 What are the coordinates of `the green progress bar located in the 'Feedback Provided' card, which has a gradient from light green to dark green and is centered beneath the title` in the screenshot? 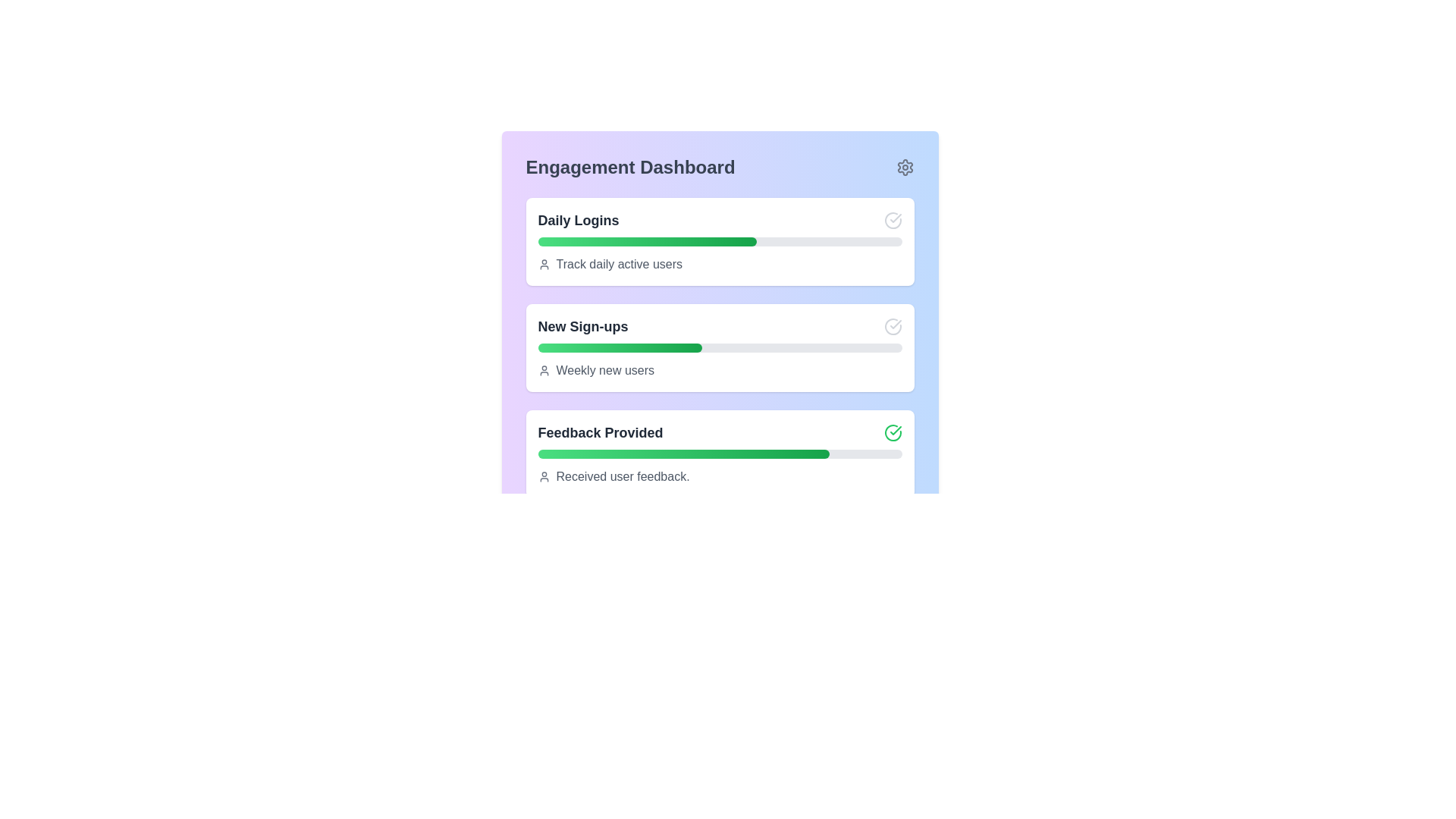 It's located at (682, 453).